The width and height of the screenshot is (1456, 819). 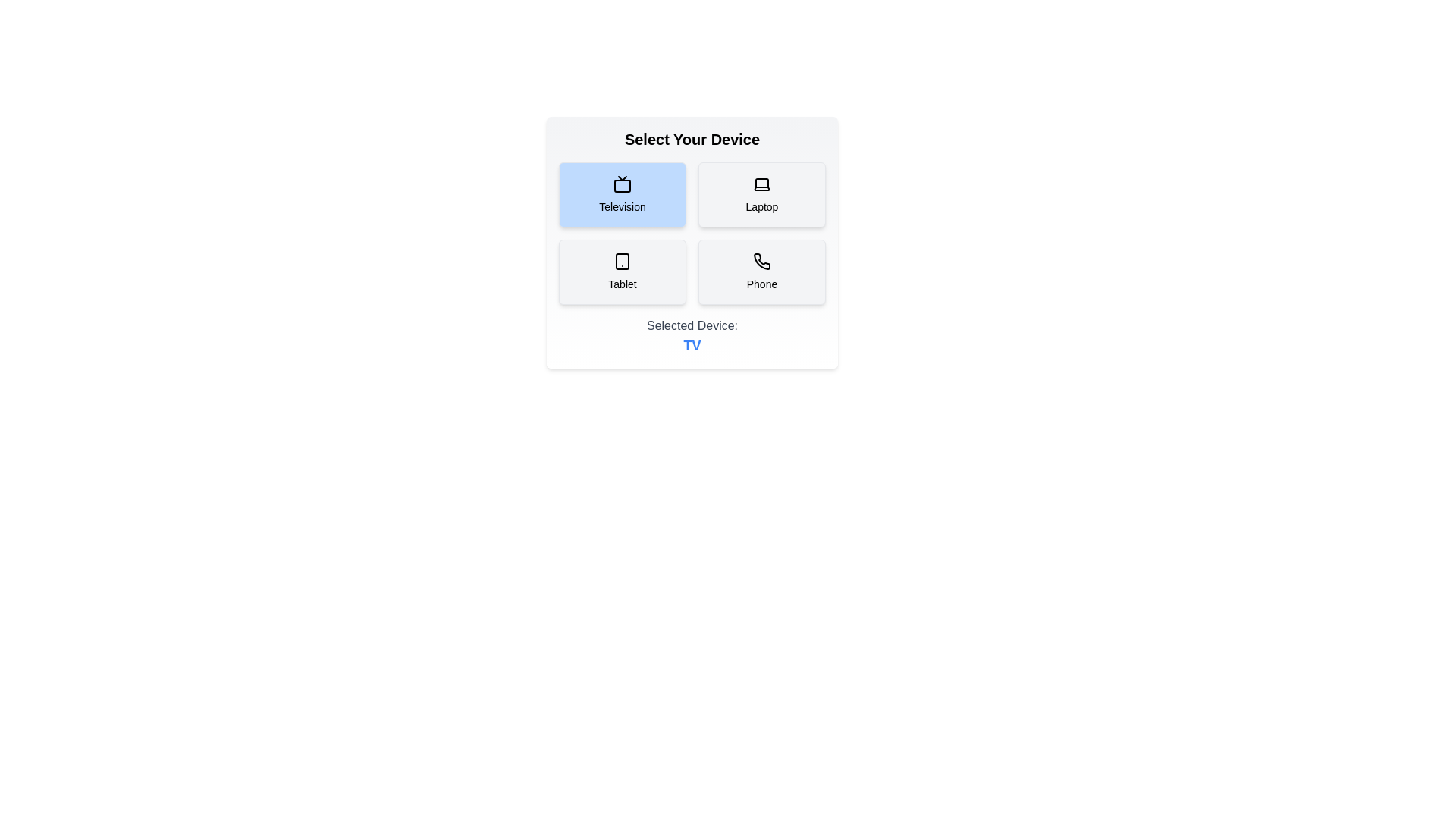 What do you see at coordinates (761, 271) in the screenshot?
I see `the button corresponding to Phone to select it` at bounding box center [761, 271].